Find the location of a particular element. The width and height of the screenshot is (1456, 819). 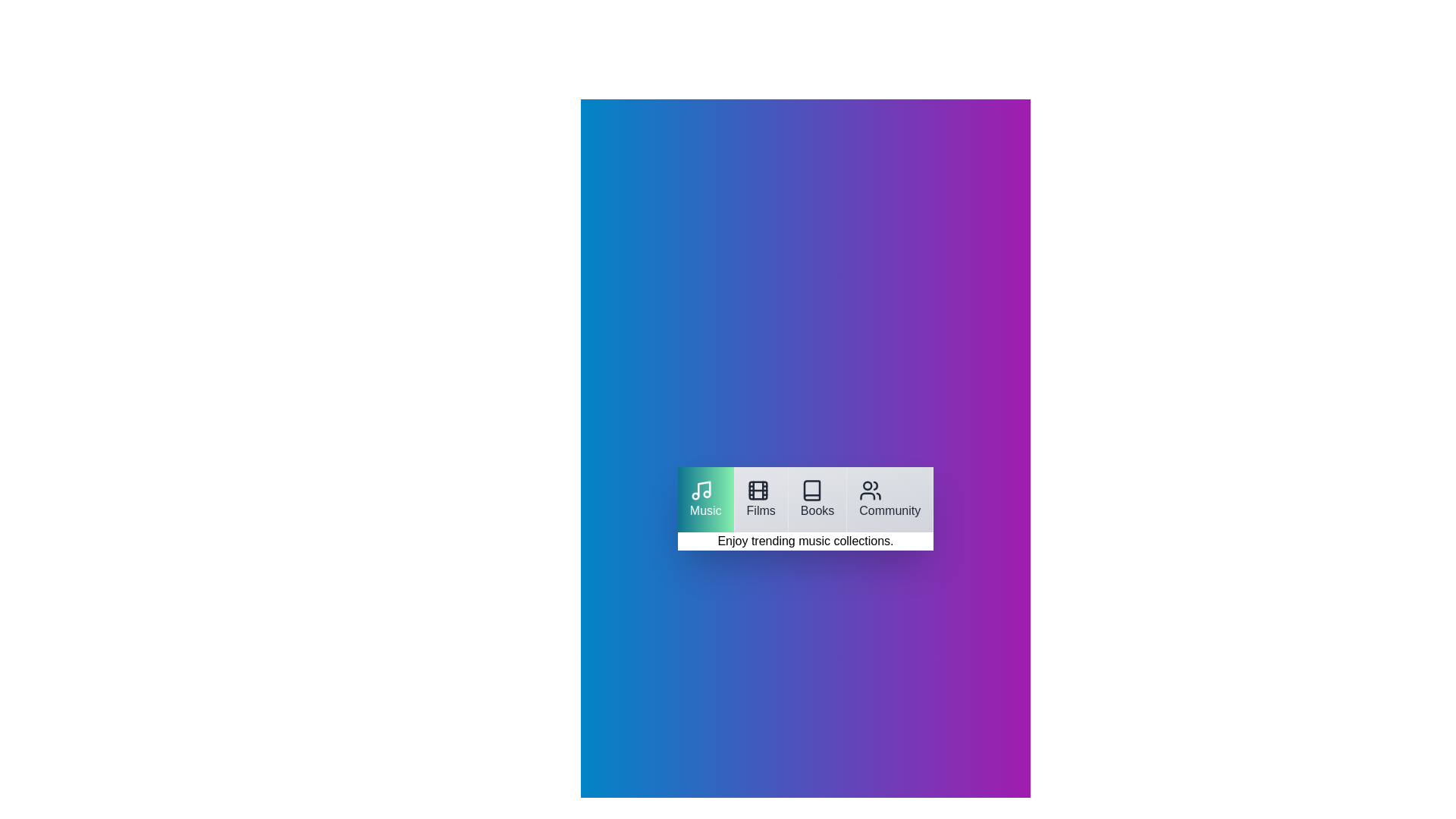

the contents of the text label that describes the navigation option for 'Books' located in the bottom center of the page is located at coordinates (817, 510).